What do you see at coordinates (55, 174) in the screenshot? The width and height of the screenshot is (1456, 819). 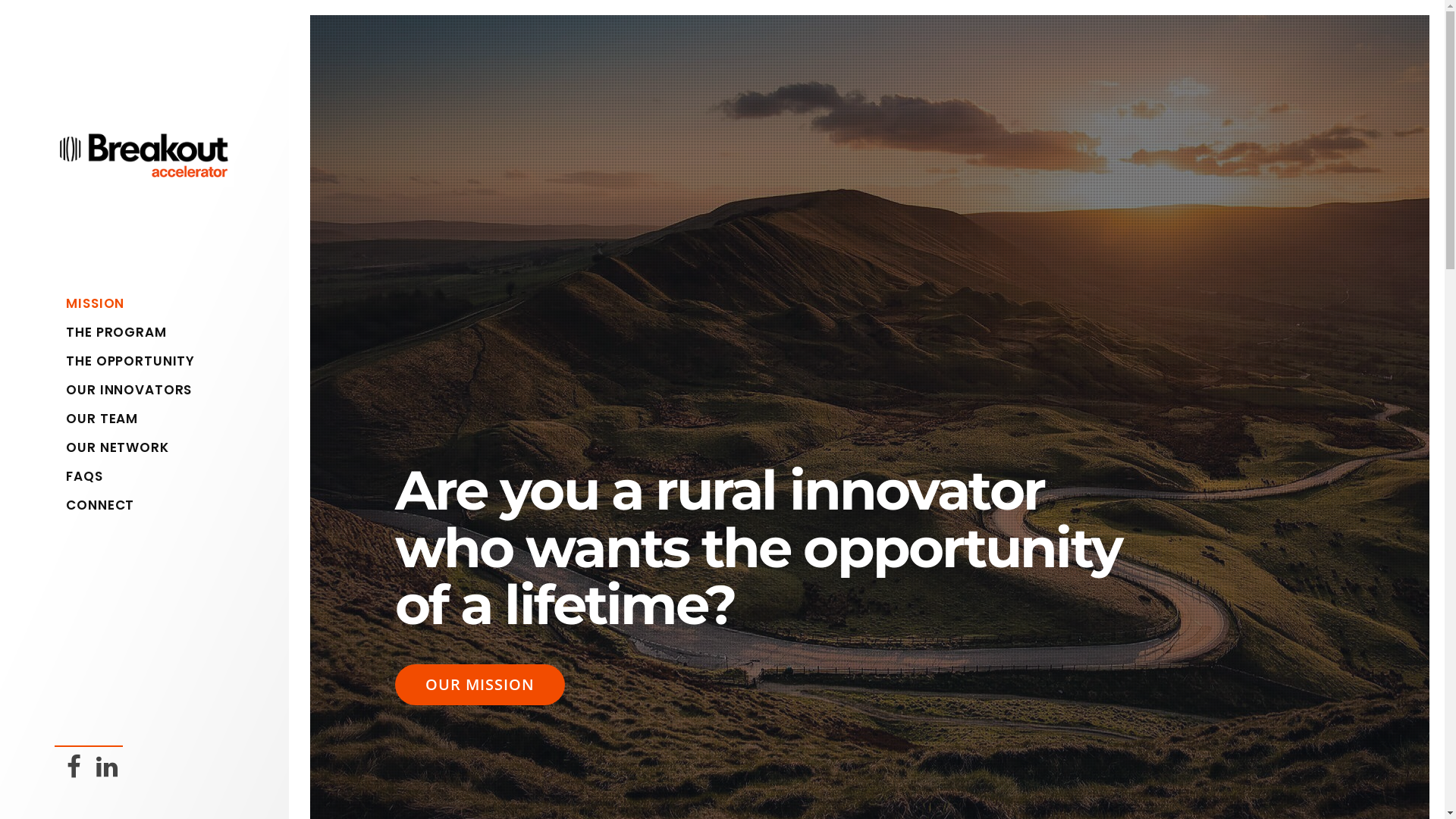 I see `'Breakout Accelerator'` at bounding box center [55, 174].